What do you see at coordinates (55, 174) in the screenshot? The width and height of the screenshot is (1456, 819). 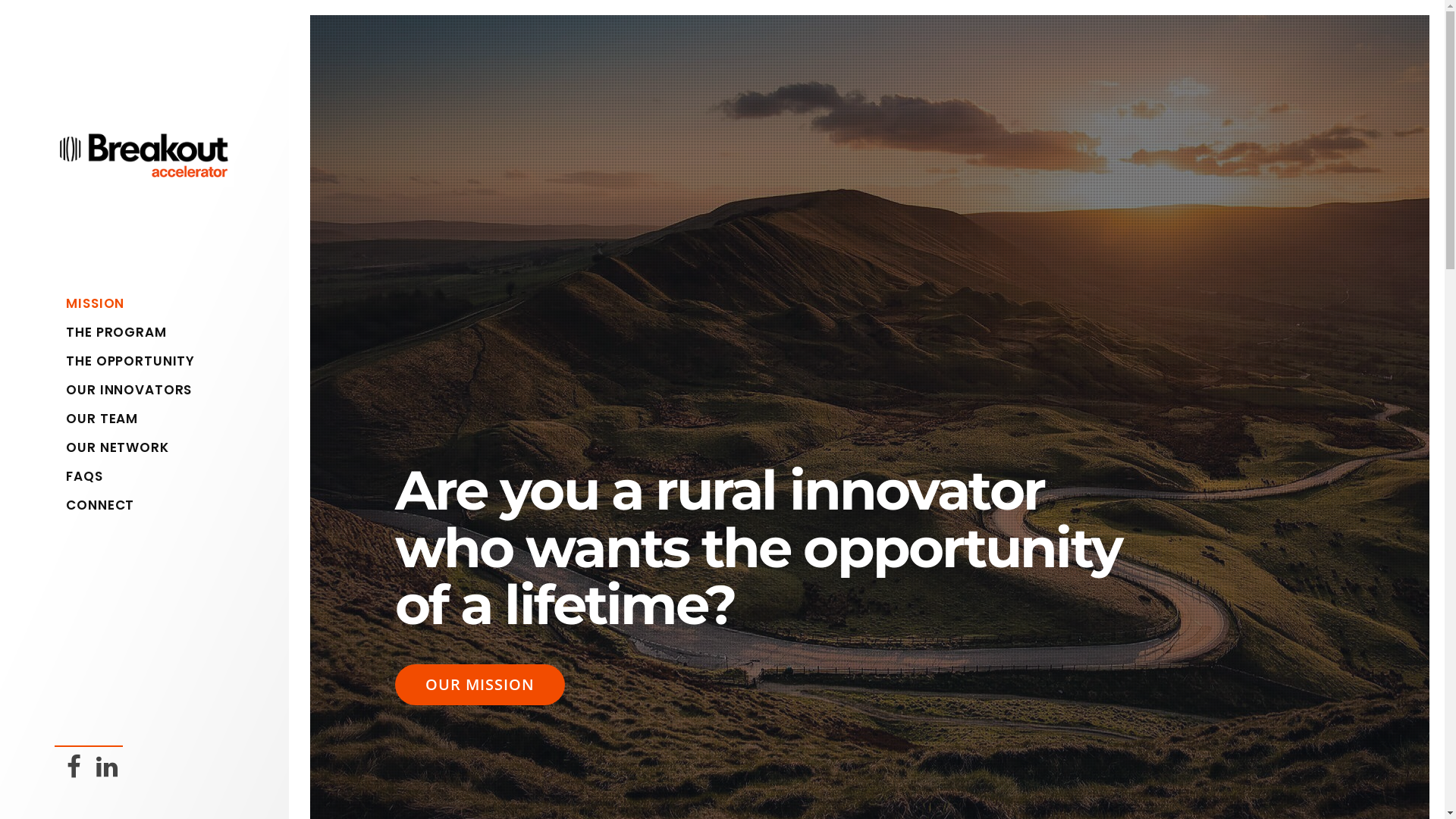 I see `'Breakout Accelerator'` at bounding box center [55, 174].